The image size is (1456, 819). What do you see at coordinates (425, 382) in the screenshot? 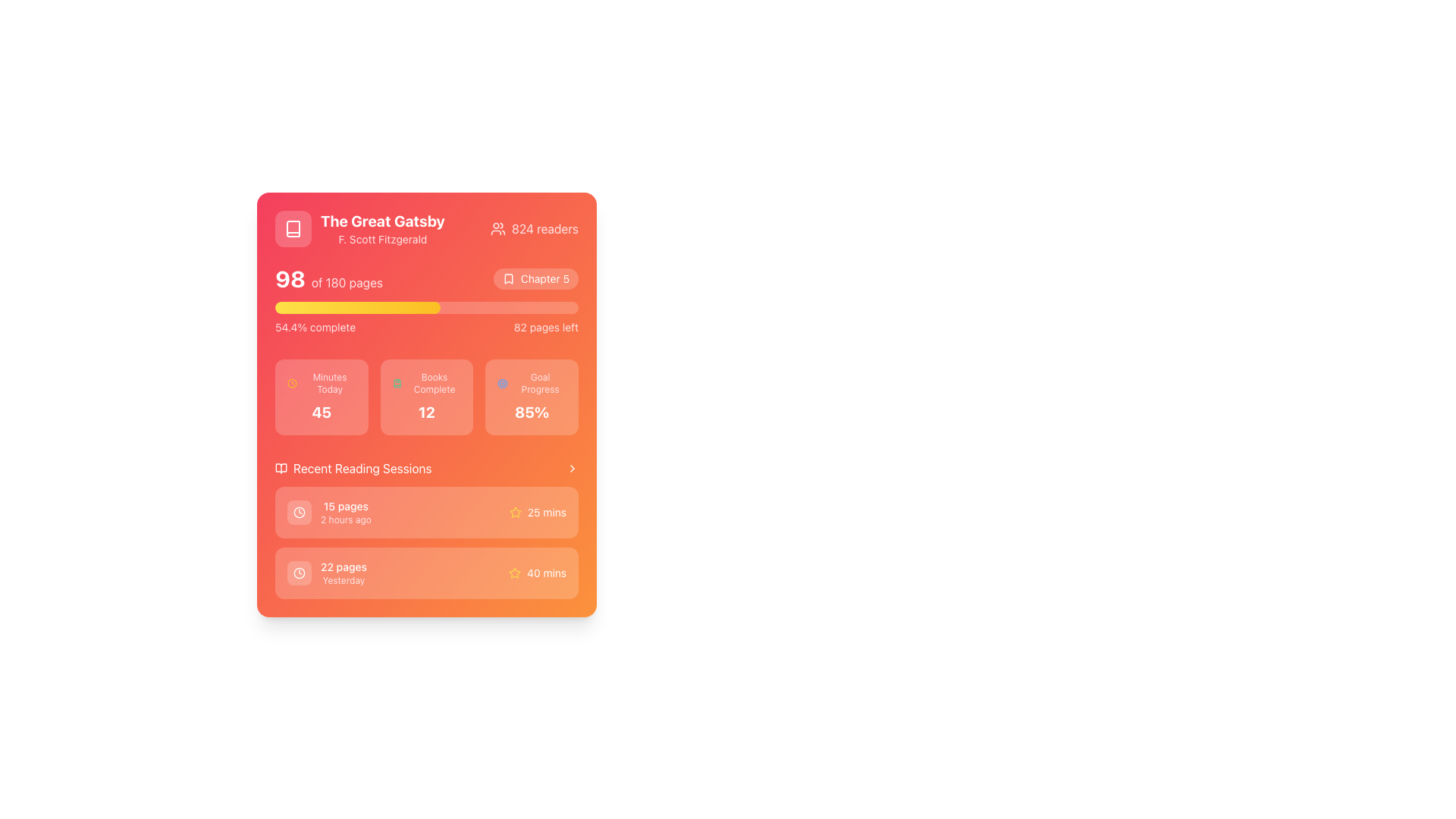
I see `the icon located directly to the right of the text label that describes the statistic '12', which indicates the number of completed books` at bounding box center [425, 382].